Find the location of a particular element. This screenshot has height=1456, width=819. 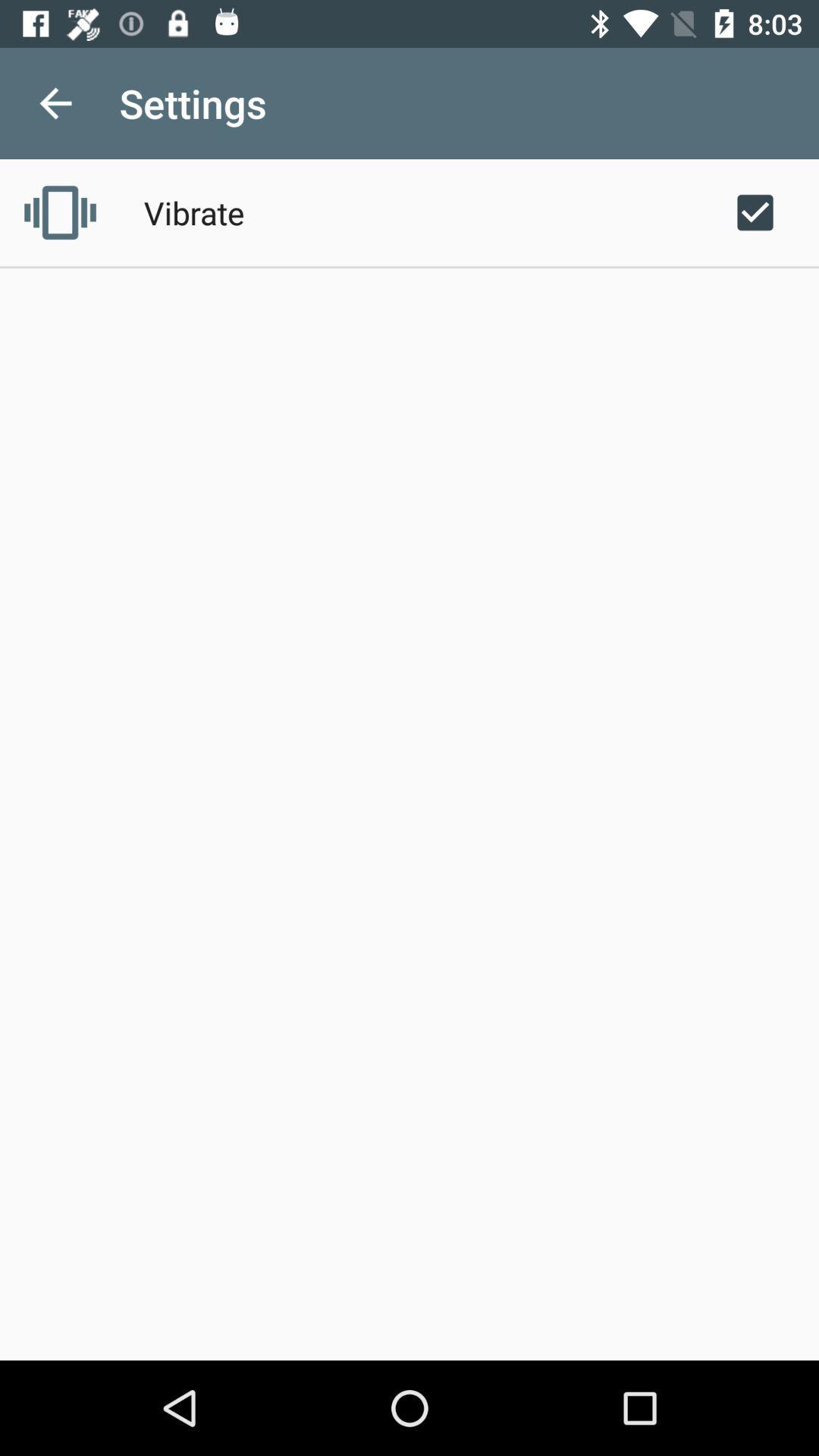

previous is located at coordinates (55, 102).